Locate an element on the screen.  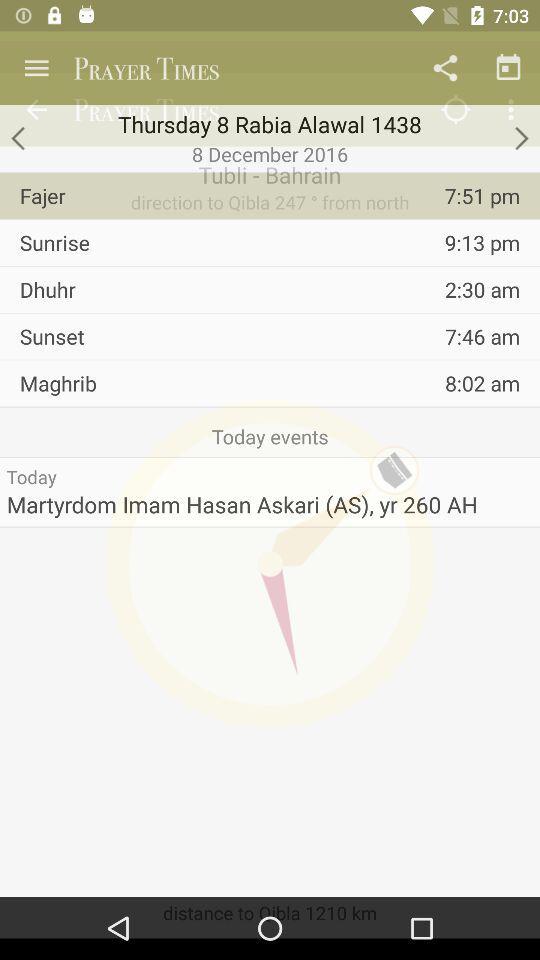
go forward to next date is located at coordinates (520, 137).